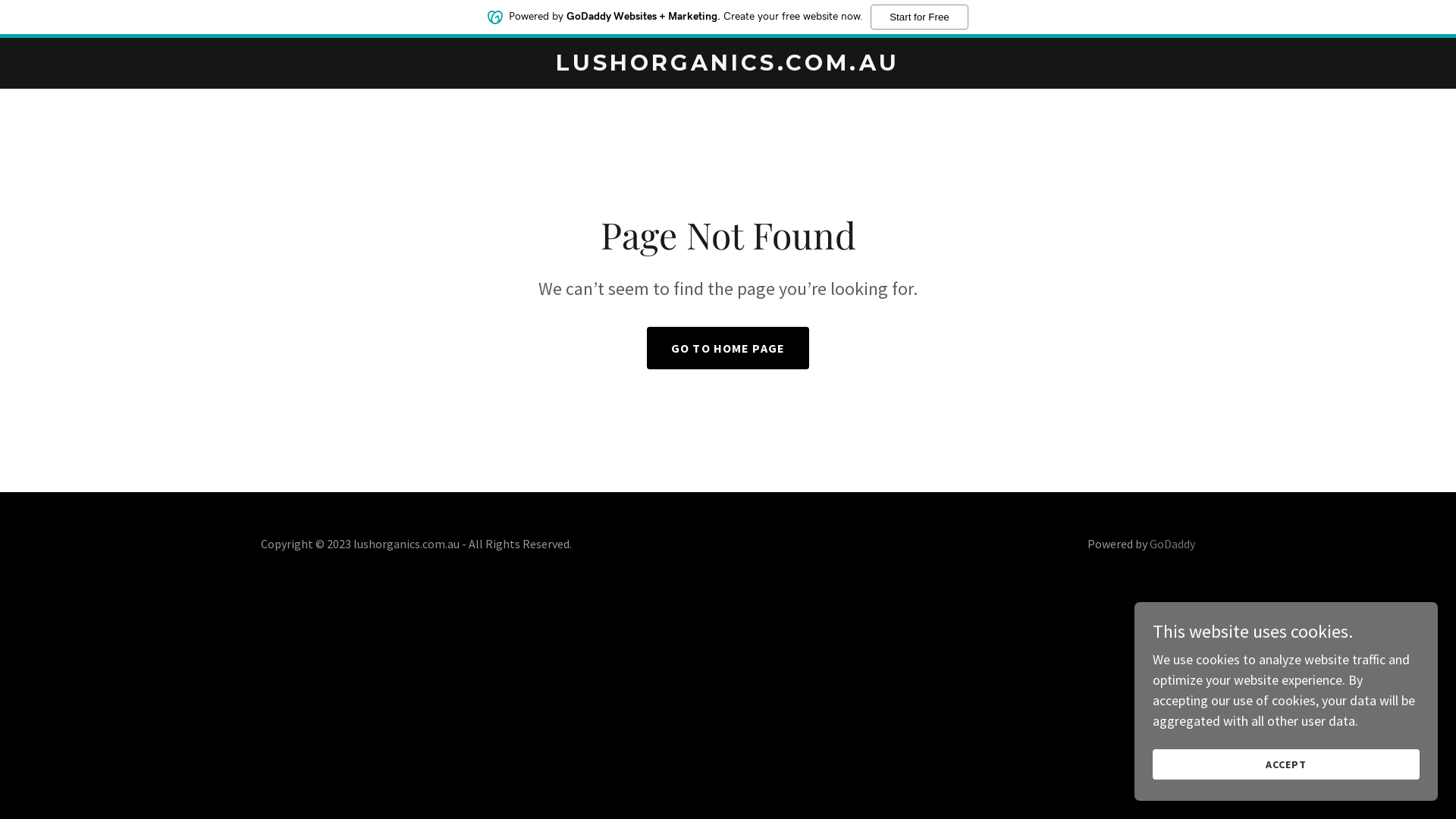  What do you see at coordinates (1171, 543) in the screenshot?
I see `'GoDaddy'` at bounding box center [1171, 543].